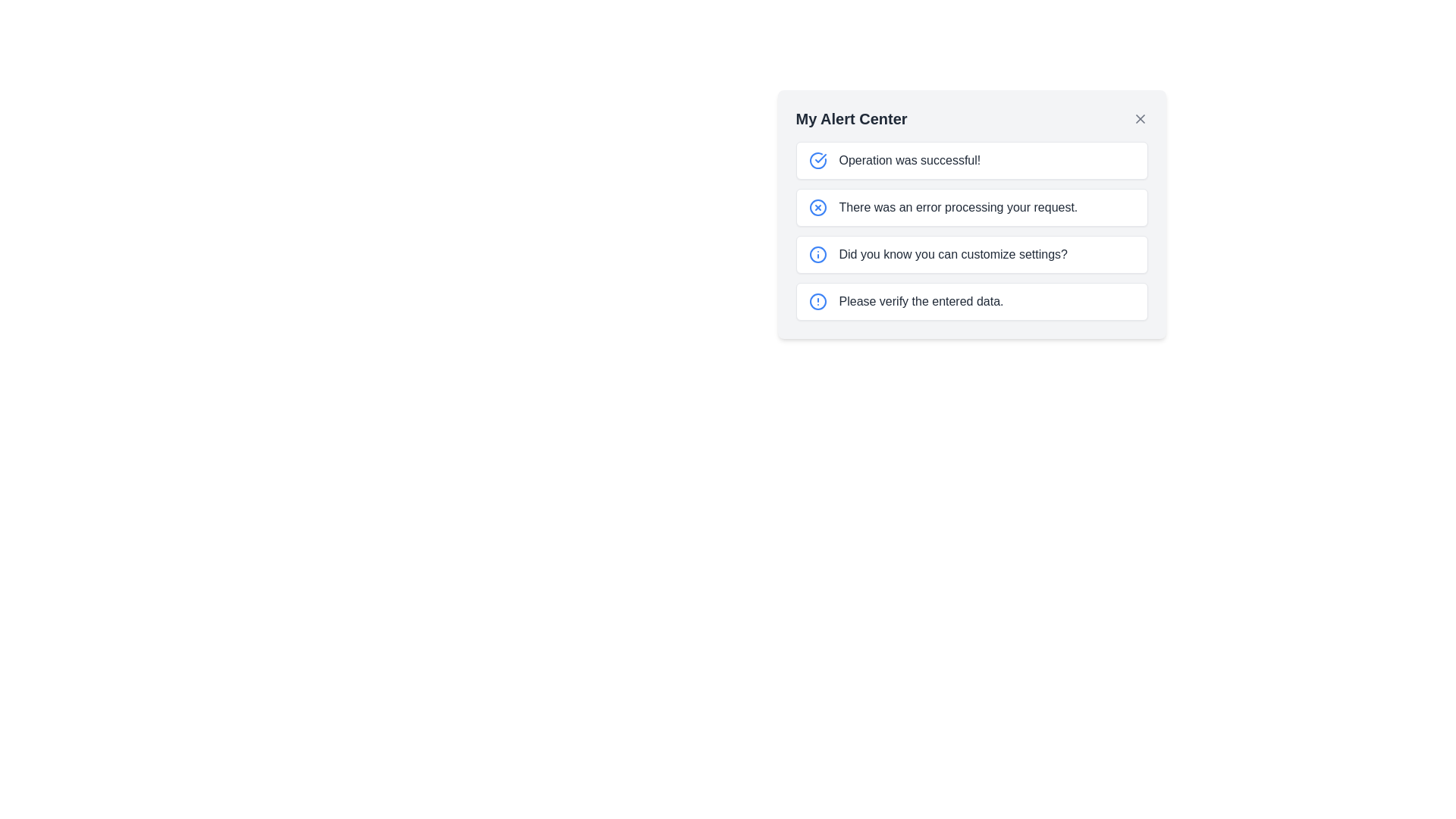 The image size is (1456, 819). What do you see at coordinates (920, 301) in the screenshot?
I see `error notification message displayed in the fourth notification item of the 'My Alert Center' section, which is aligned to the left side next to an icon` at bounding box center [920, 301].